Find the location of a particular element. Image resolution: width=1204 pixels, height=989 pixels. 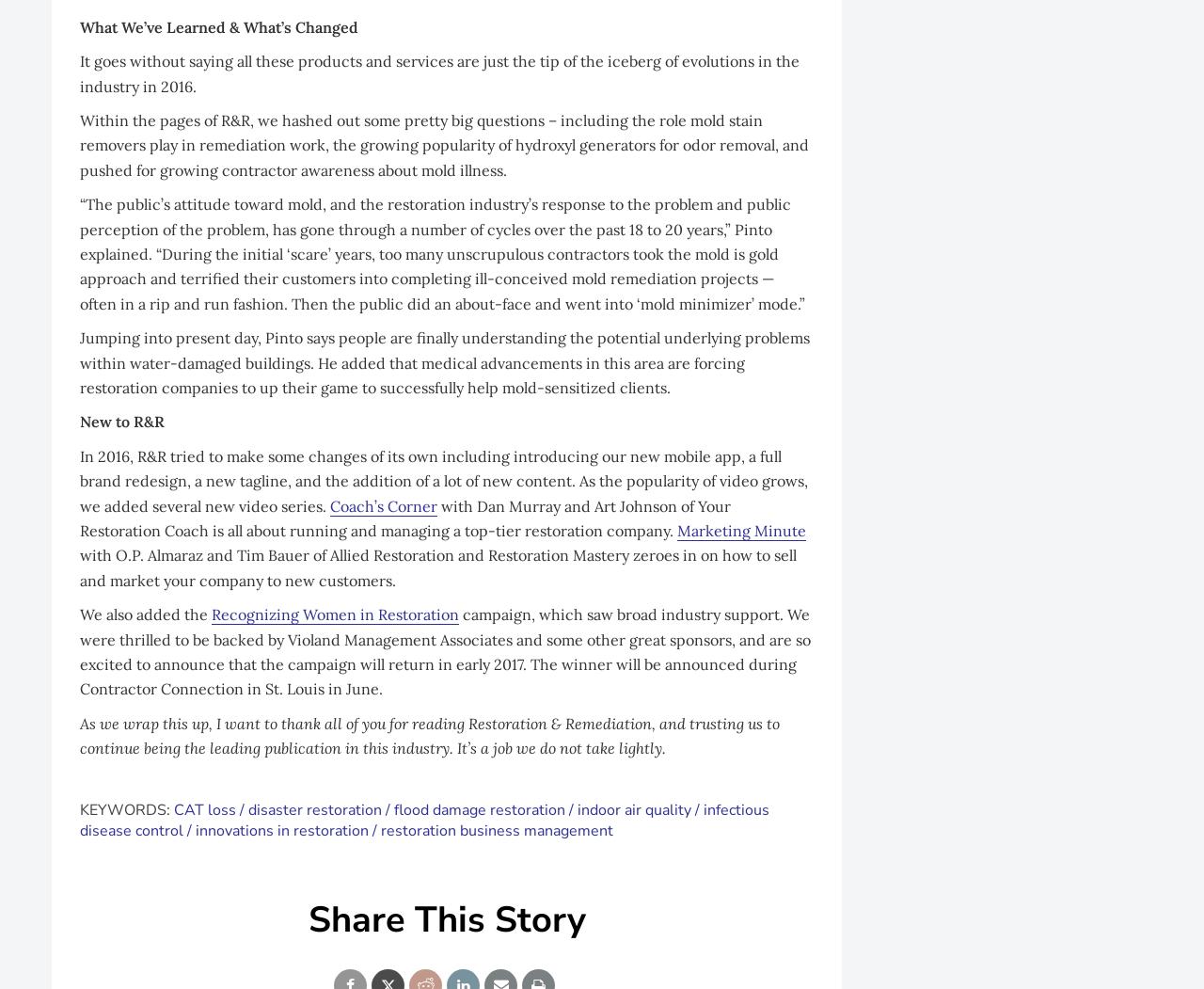

'It goes without saying all these products and services are just the tip of the iceberg of evolutions in the industry in 2016.' is located at coordinates (438, 72).